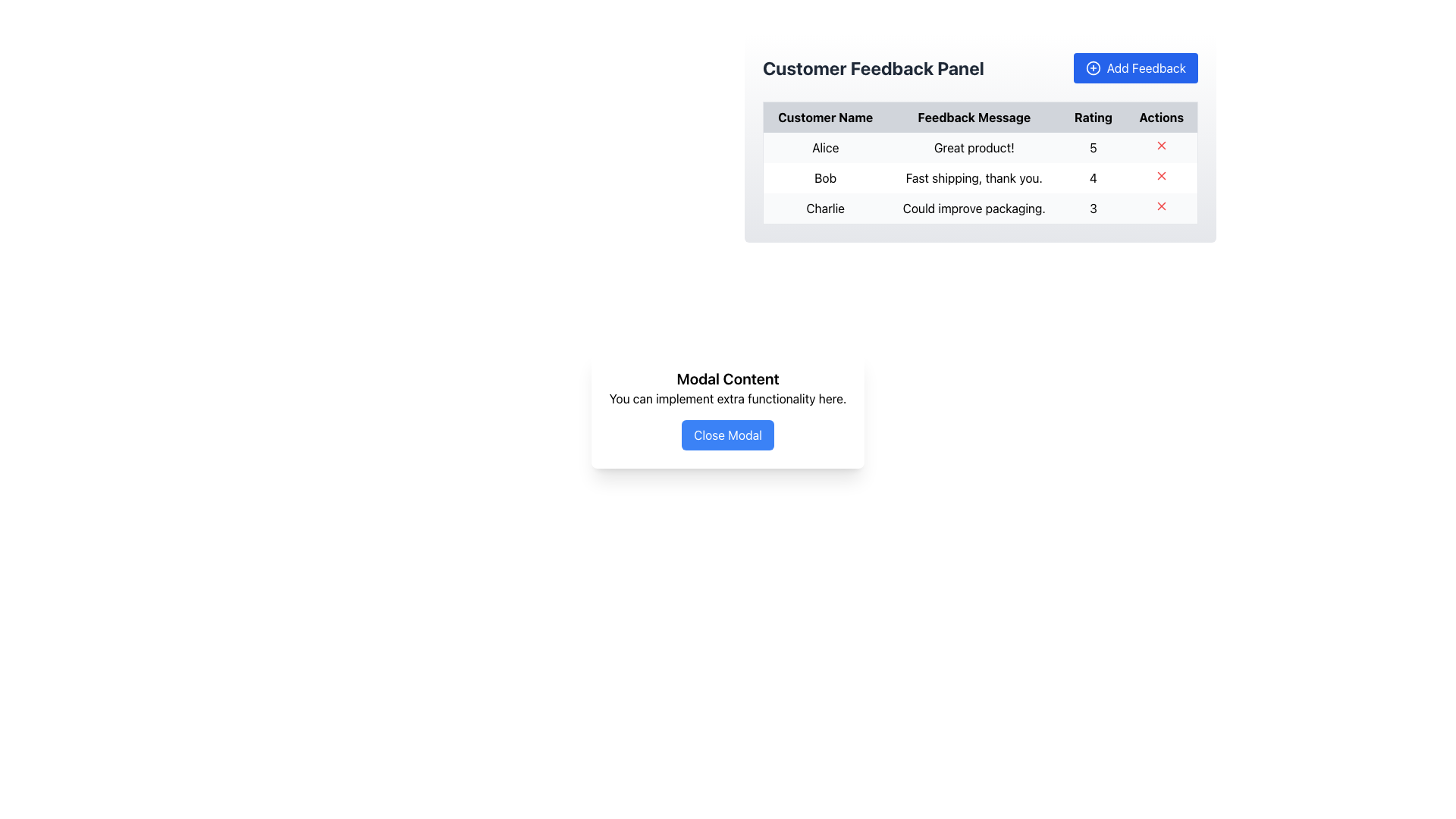 The width and height of the screenshot is (1456, 819). What do you see at coordinates (1093, 116) in the screenshot?
I see `the 'Rating' text label, which is styled in bold black on a light gray background and is the third column header in the table, positioned between 'Feedback Message' and 'Actions'` at bounding box center [1093, 116].